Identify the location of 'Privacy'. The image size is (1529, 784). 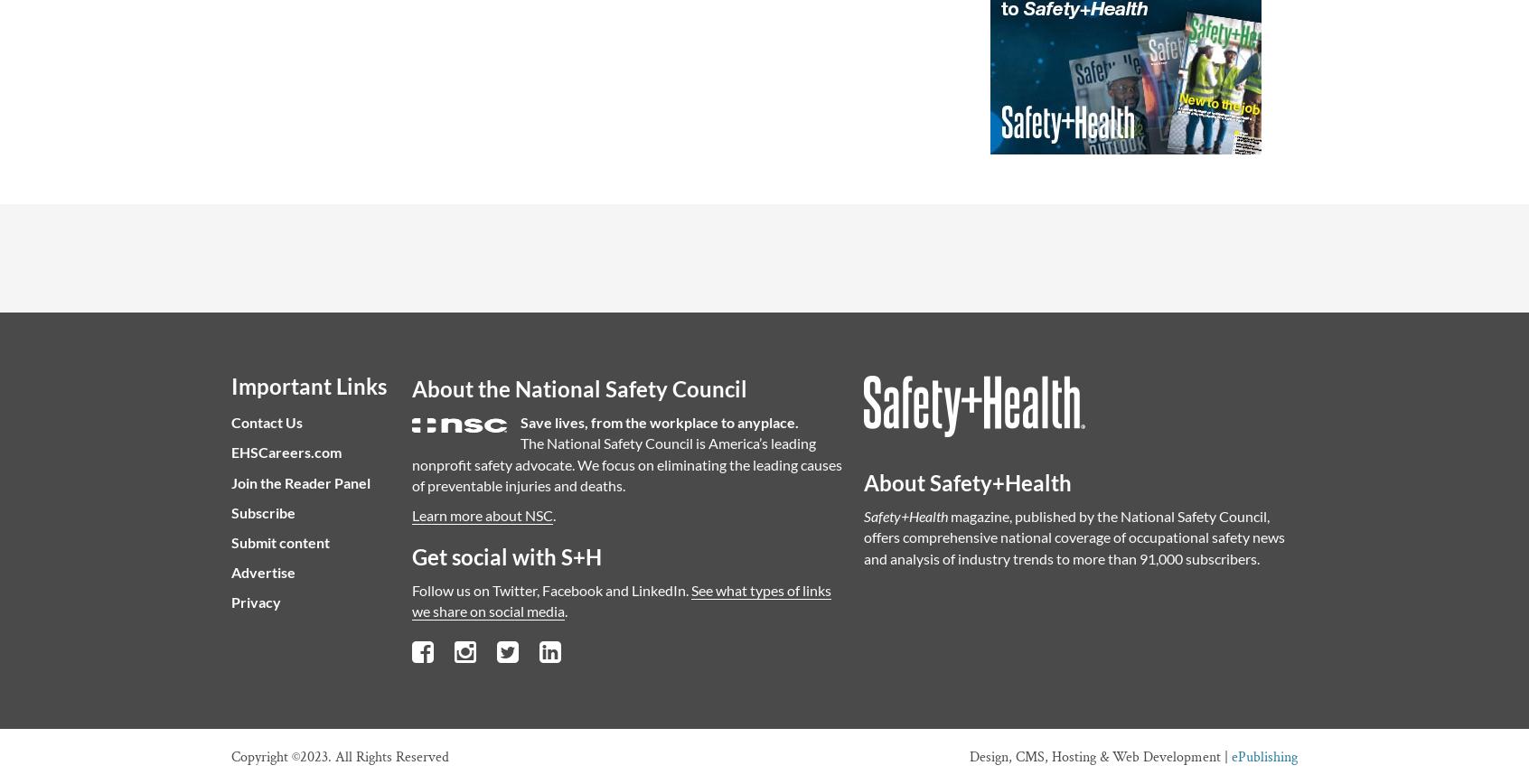
(230, 602).